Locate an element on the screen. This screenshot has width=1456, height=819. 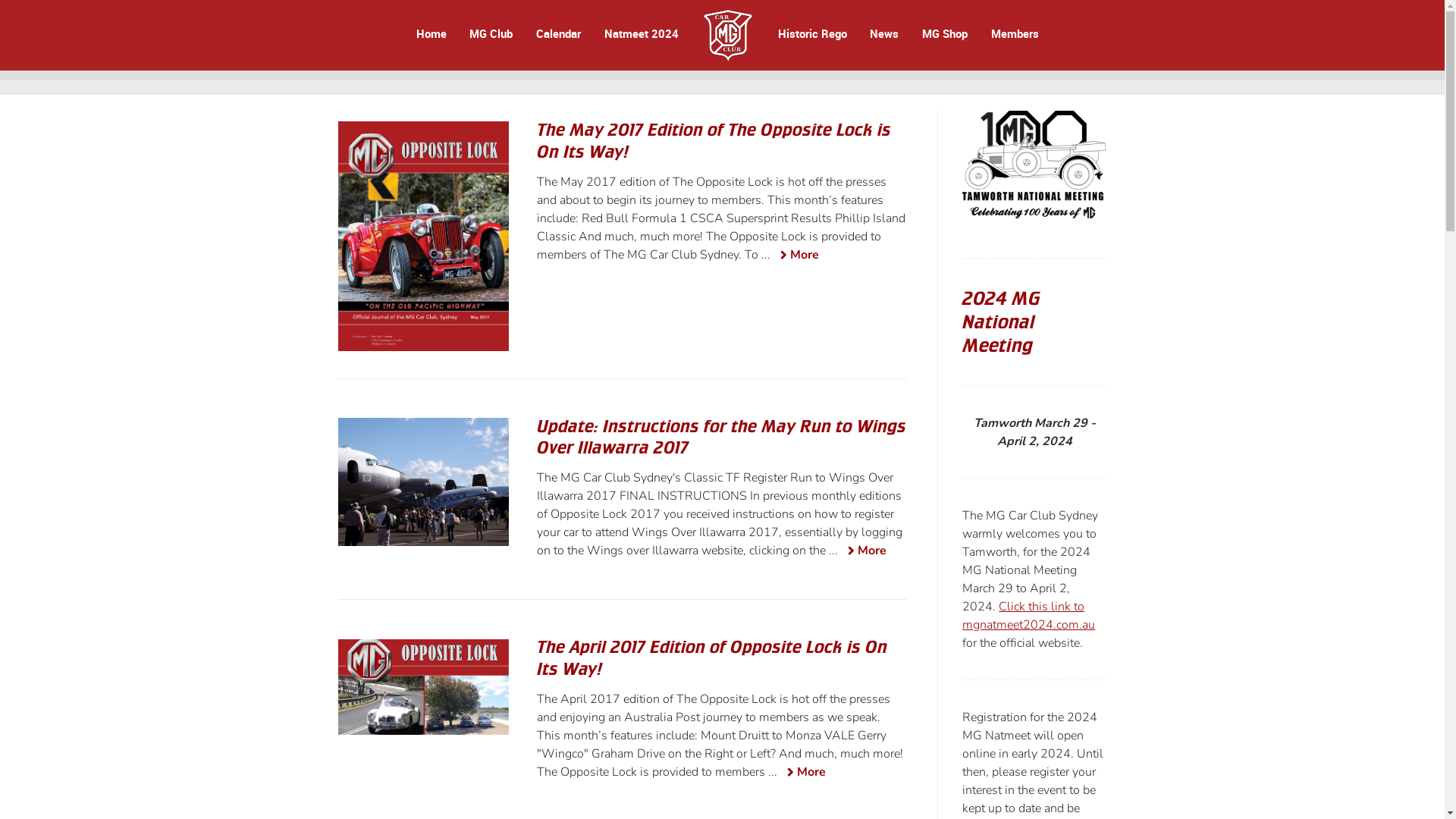
'More' is located at coordinates (802, 773).